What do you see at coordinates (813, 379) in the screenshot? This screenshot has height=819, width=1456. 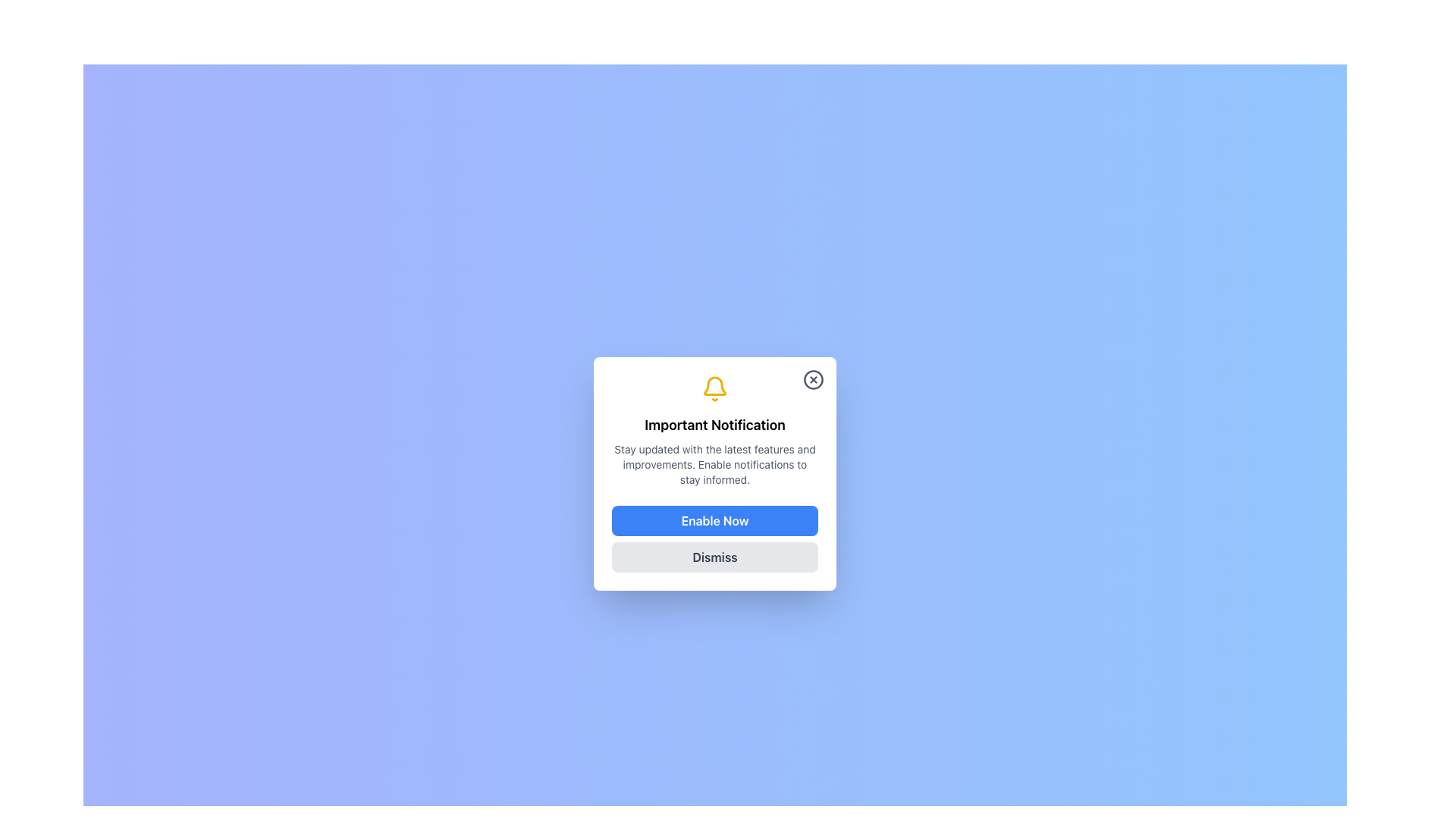 I see `the close icon button located at the top-right corner of the notification modal` at bounding box center [813, 379].